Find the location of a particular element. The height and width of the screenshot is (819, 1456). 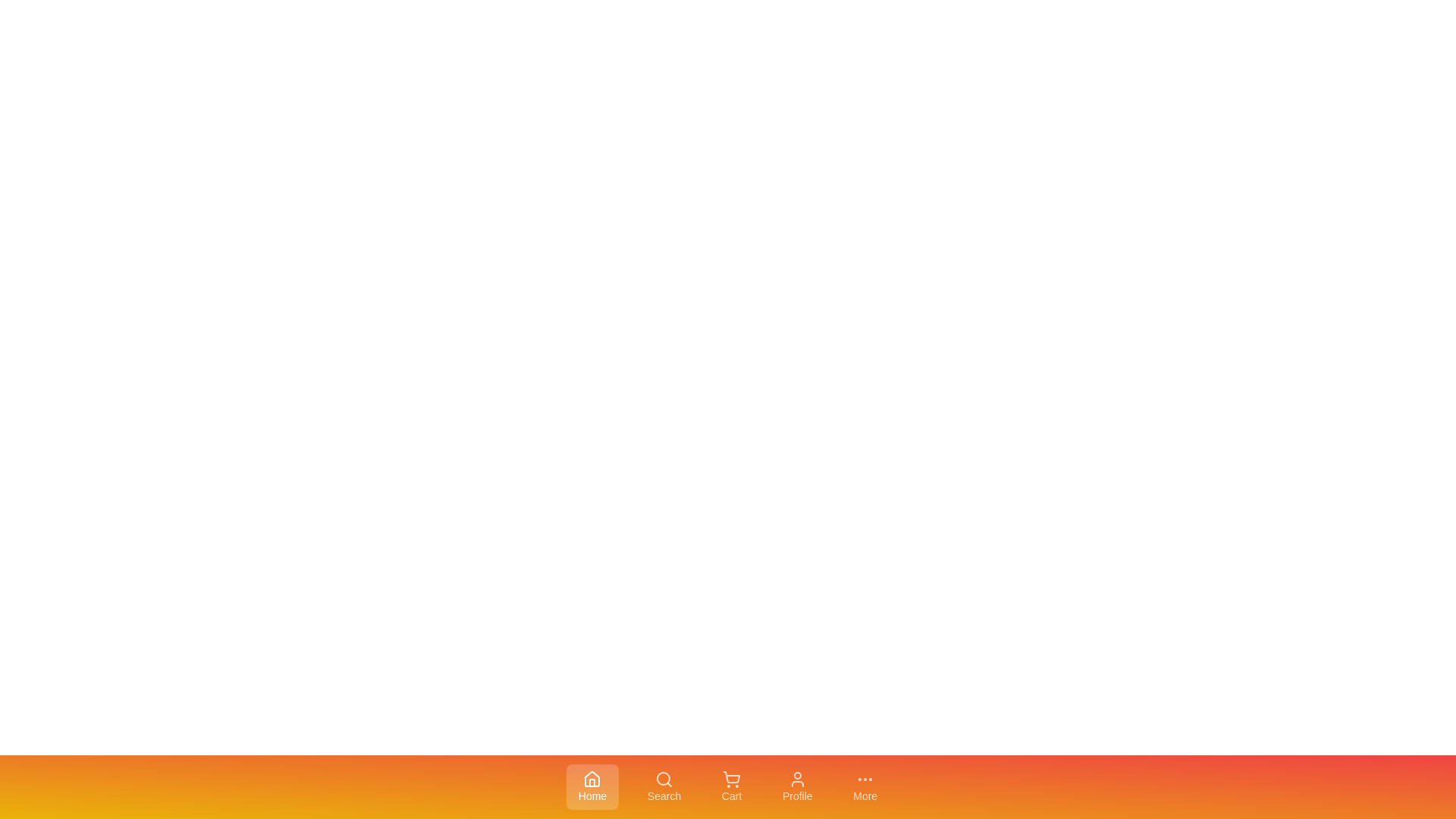

the Home tab in the bottom navigation bar is located at coordinates (591, 786).